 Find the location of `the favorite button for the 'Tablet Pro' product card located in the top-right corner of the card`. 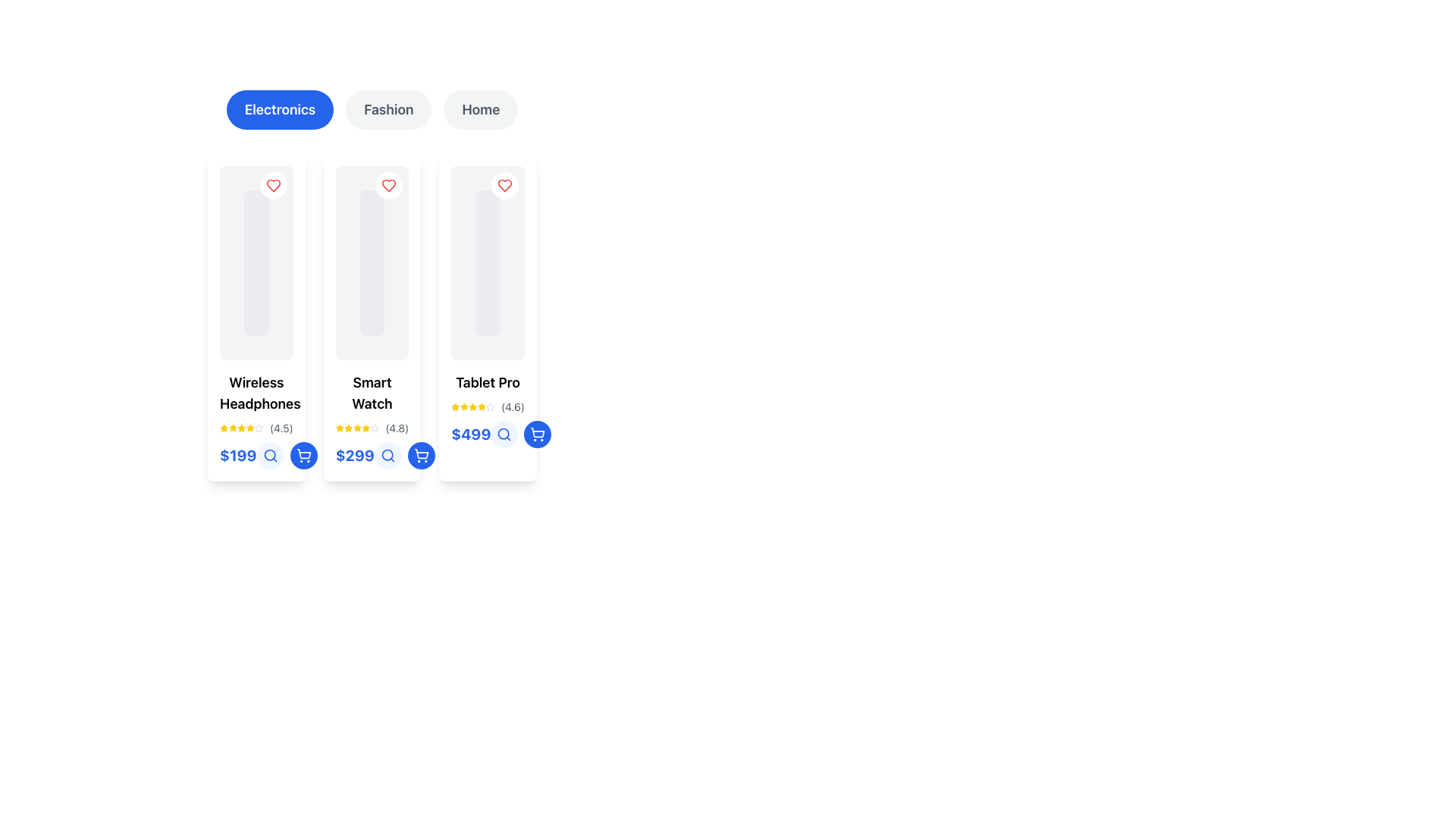

the favorite button for the 'Tablet Pro' product card located in the top-right corner of the card is located at coordinates (505, 185).